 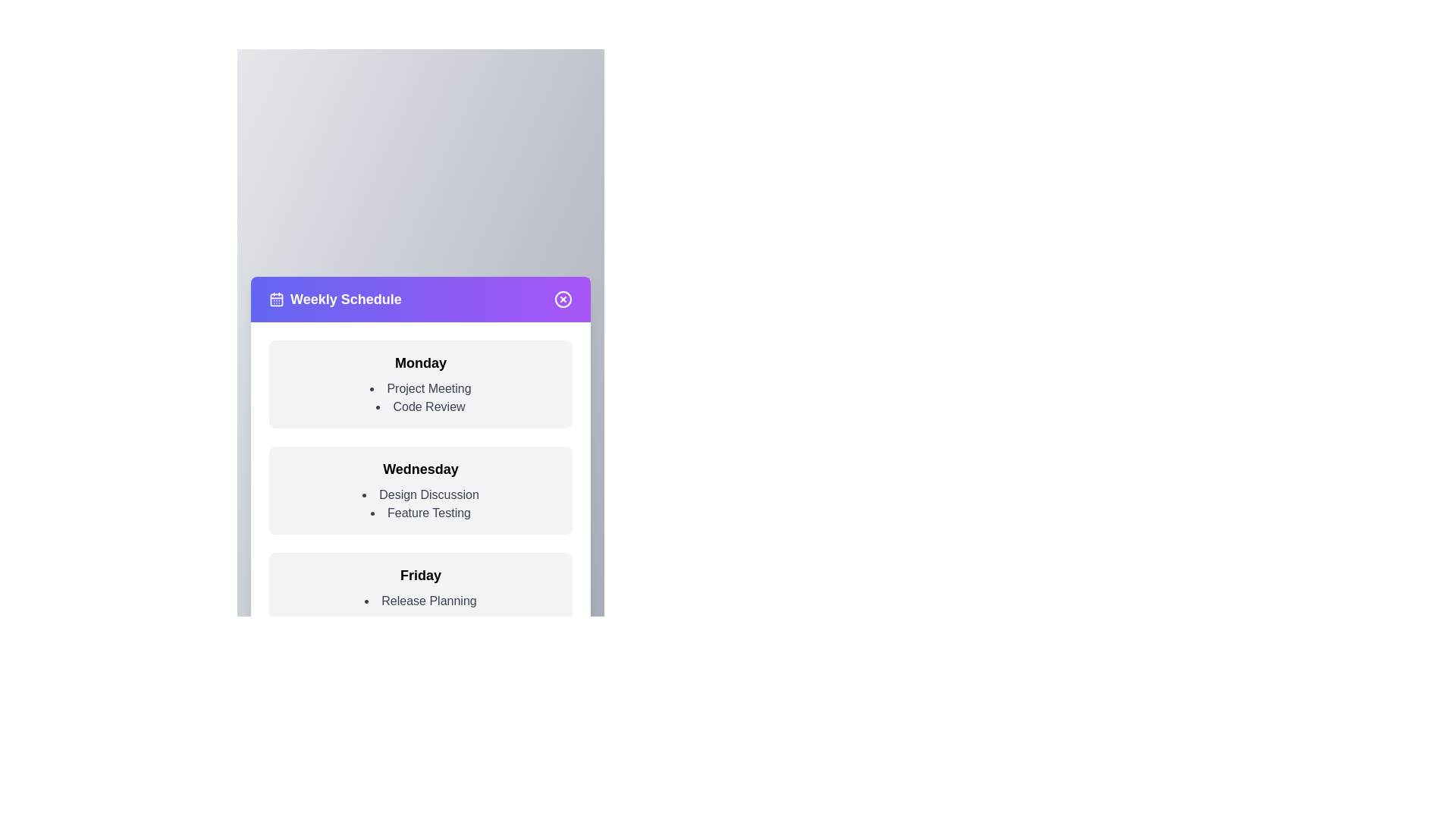 What do you see at coordinates (421, 383) in the screenshot?
I see `the schedule item for Monday` at bounding box center [421, 383].